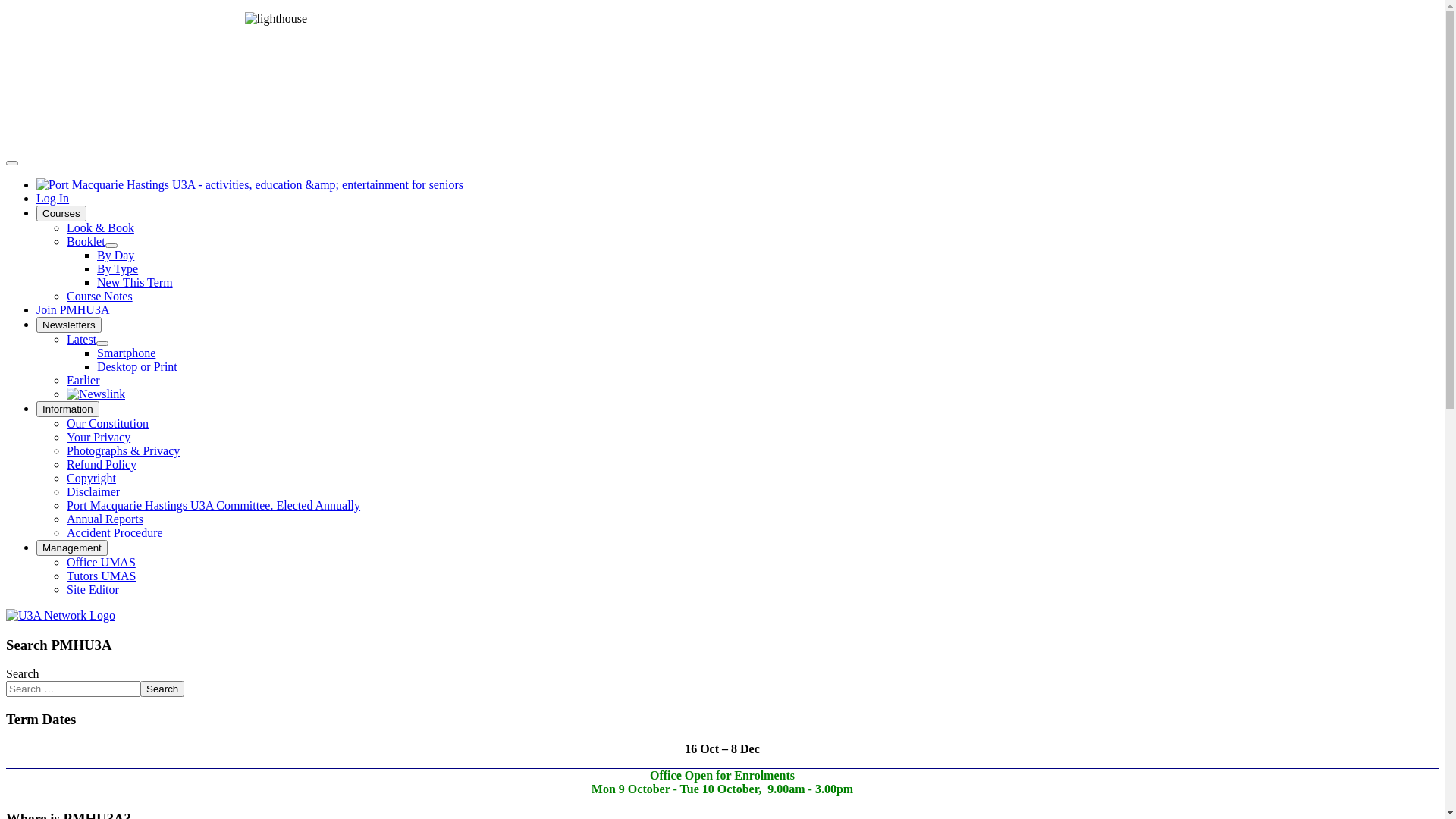 Image resolution: width=1456 pixels, height=819 pixels. Describe the element at coordinates (36, 213) in the screenshot. I see `'Courses'` at that location.